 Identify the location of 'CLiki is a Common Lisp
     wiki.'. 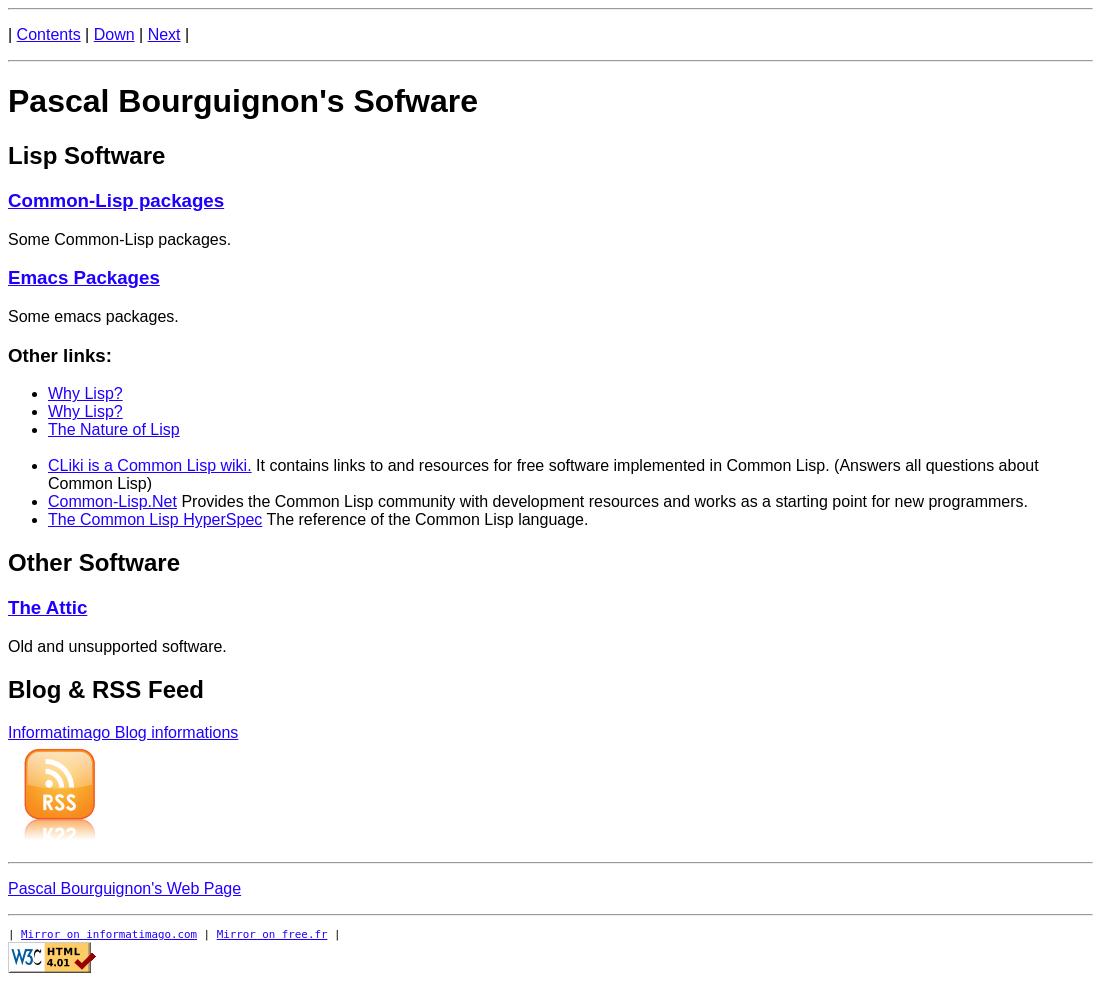
(148, 464).